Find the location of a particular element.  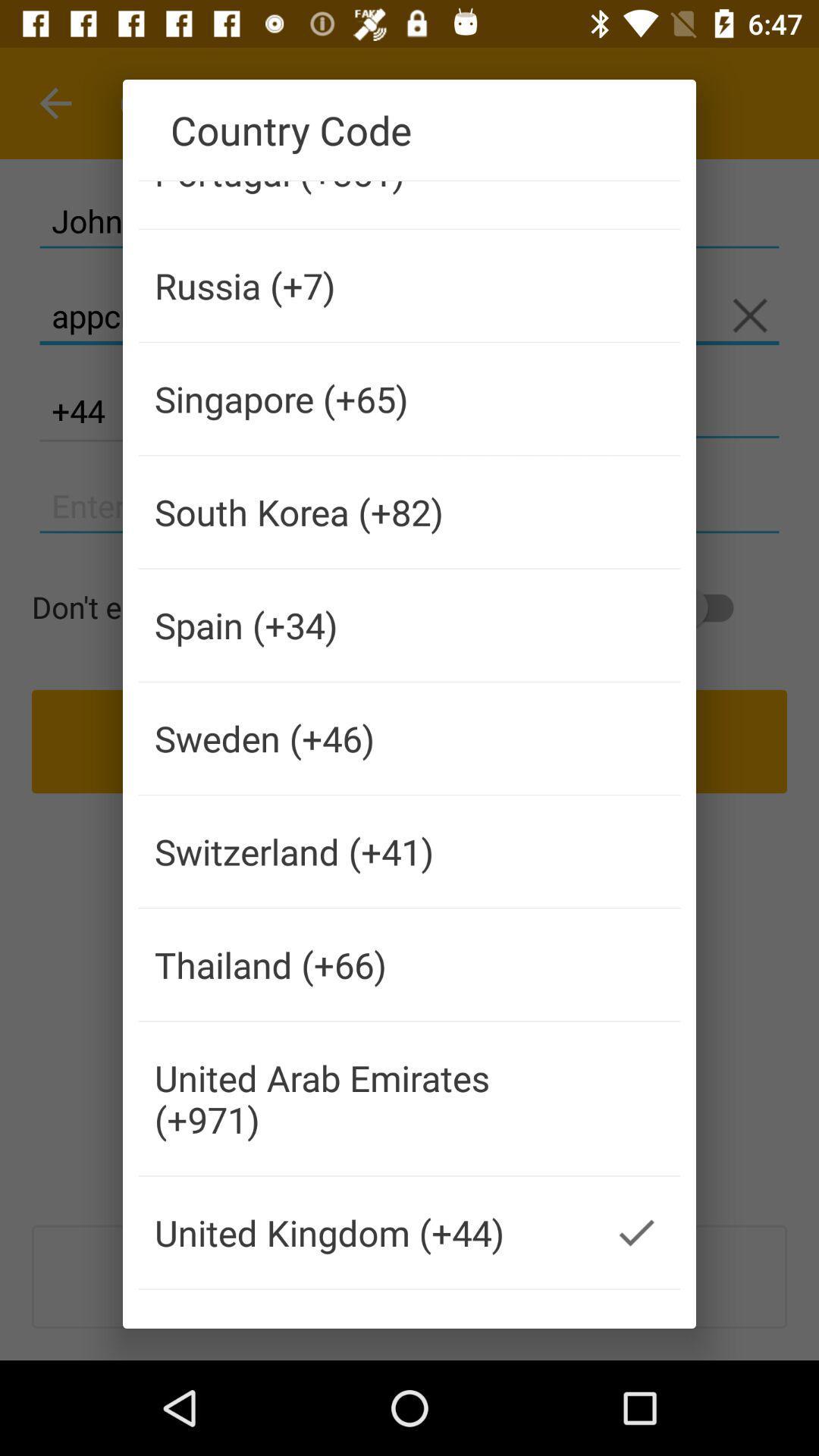

icon below thailand (+66) item is located at coordinates (366, 1099).